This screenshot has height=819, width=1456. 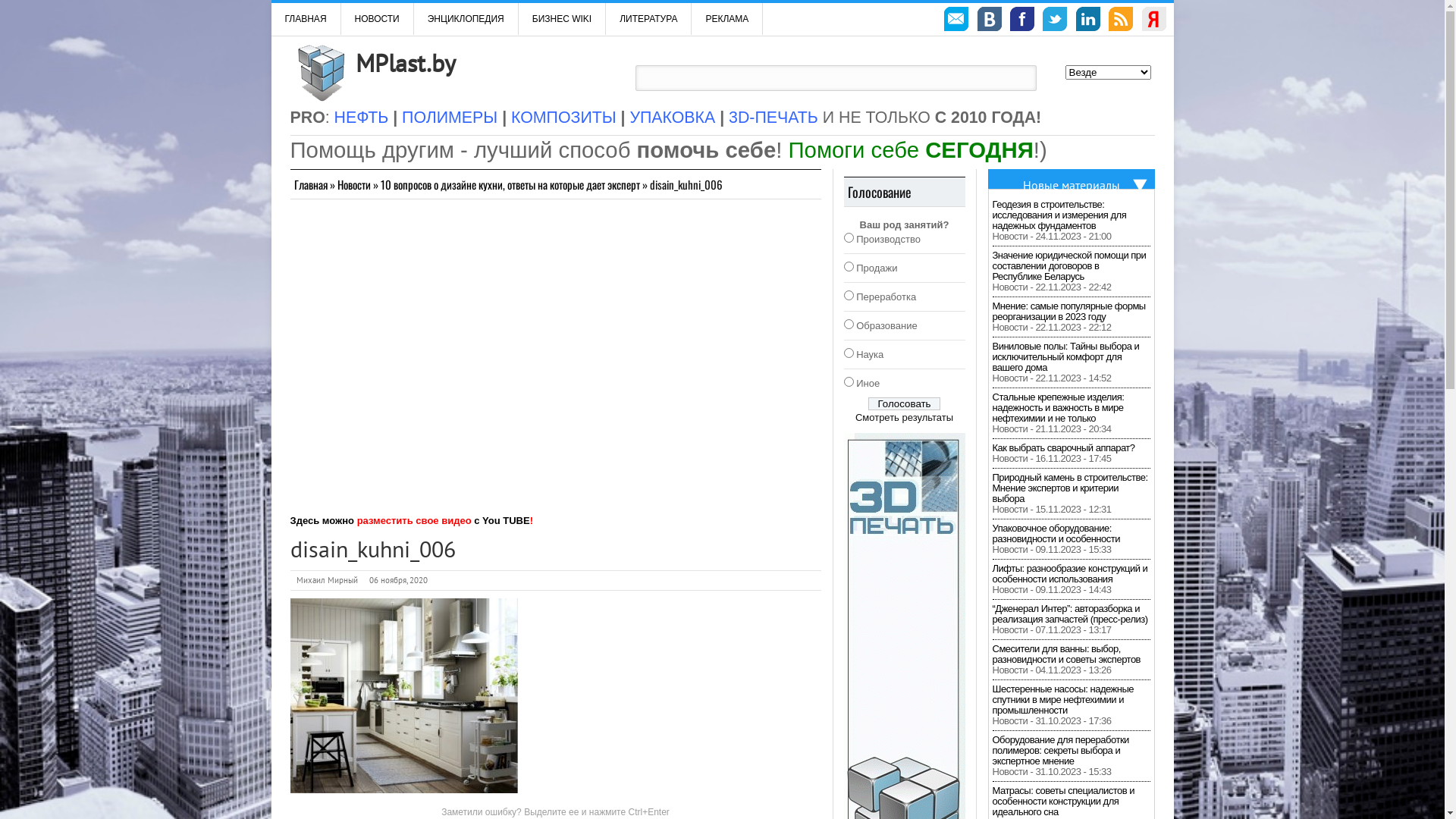 I want to click on 'Linkedin Mplast.by', so click(x=1087, y=20).